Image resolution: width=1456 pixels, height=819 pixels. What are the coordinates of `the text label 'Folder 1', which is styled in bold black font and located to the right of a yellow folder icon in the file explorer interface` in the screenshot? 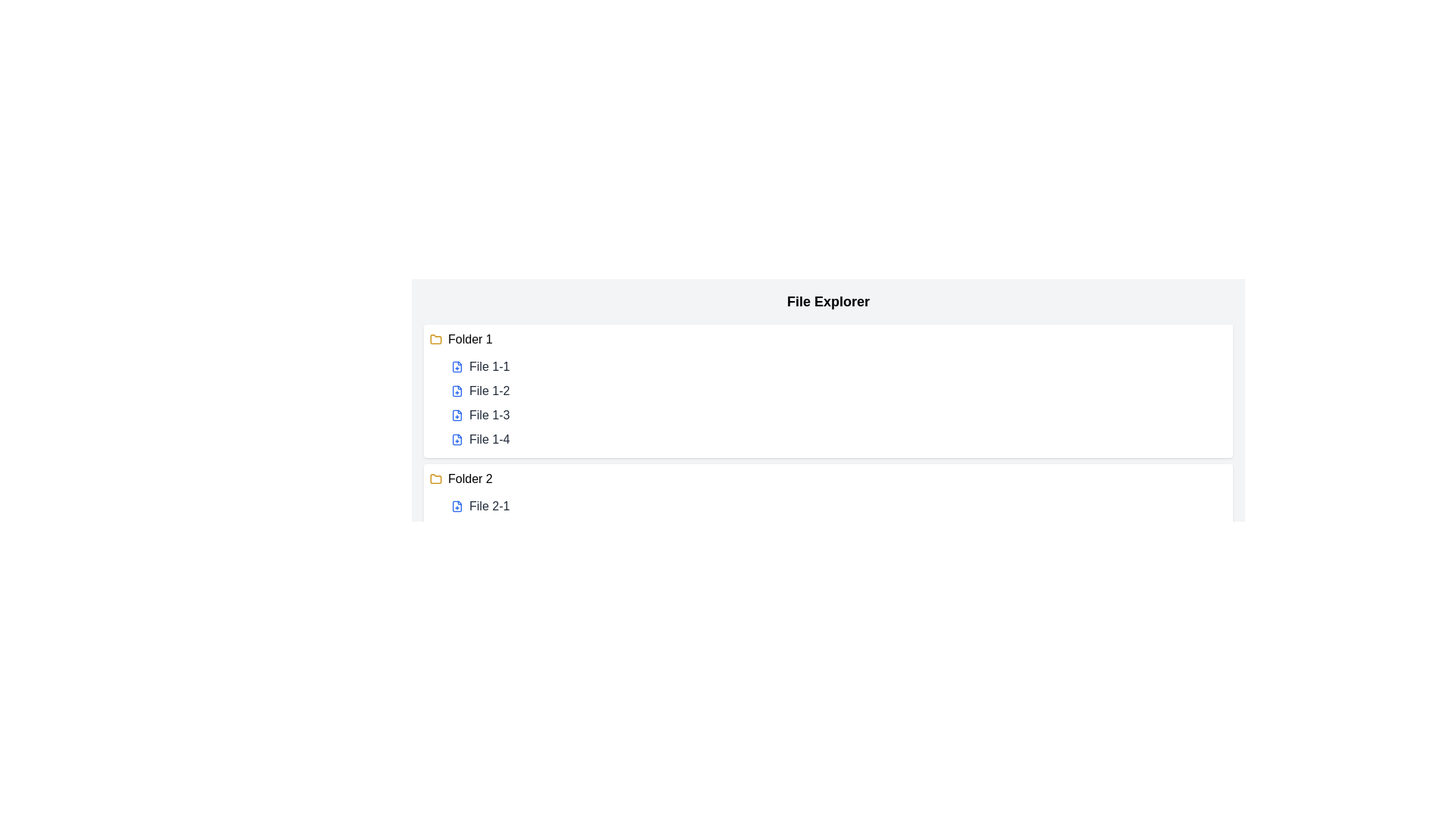 It's located at (469, 338).